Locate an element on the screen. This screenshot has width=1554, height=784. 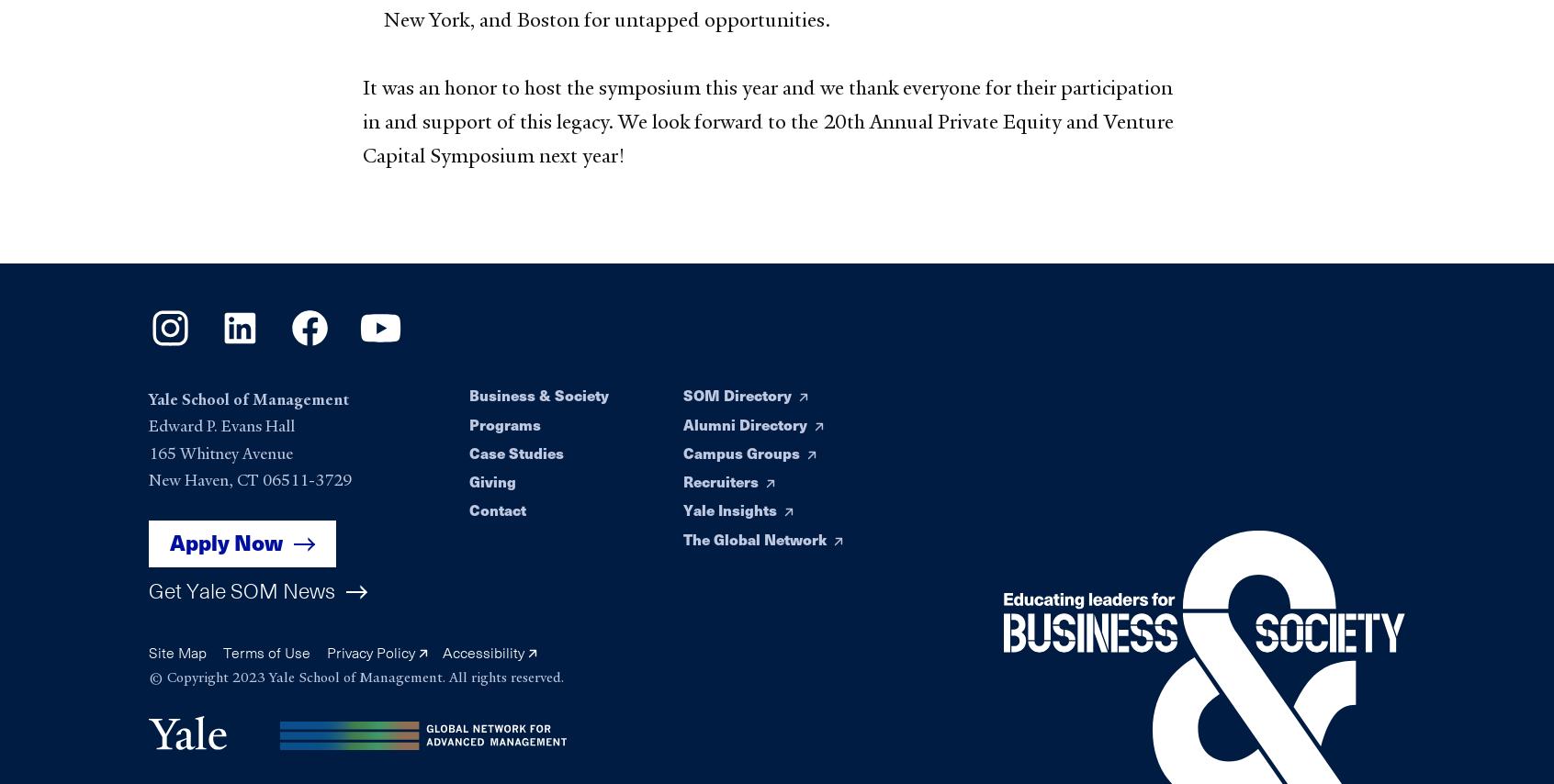
'Site Map' is located at coordinates (176, 652).